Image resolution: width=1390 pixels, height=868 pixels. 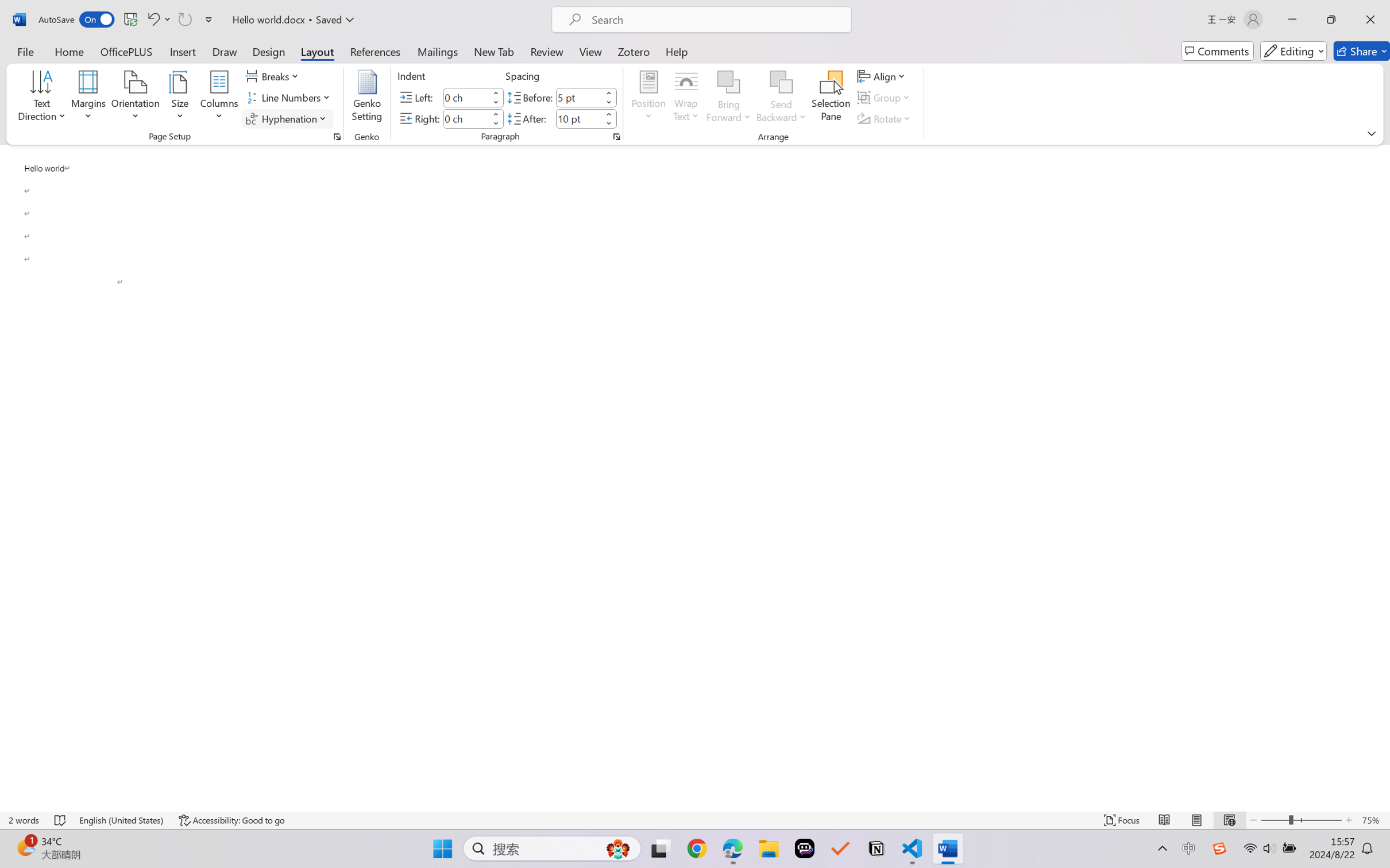 I want to click on 'Web Layout', so click(x=1229, y=820).